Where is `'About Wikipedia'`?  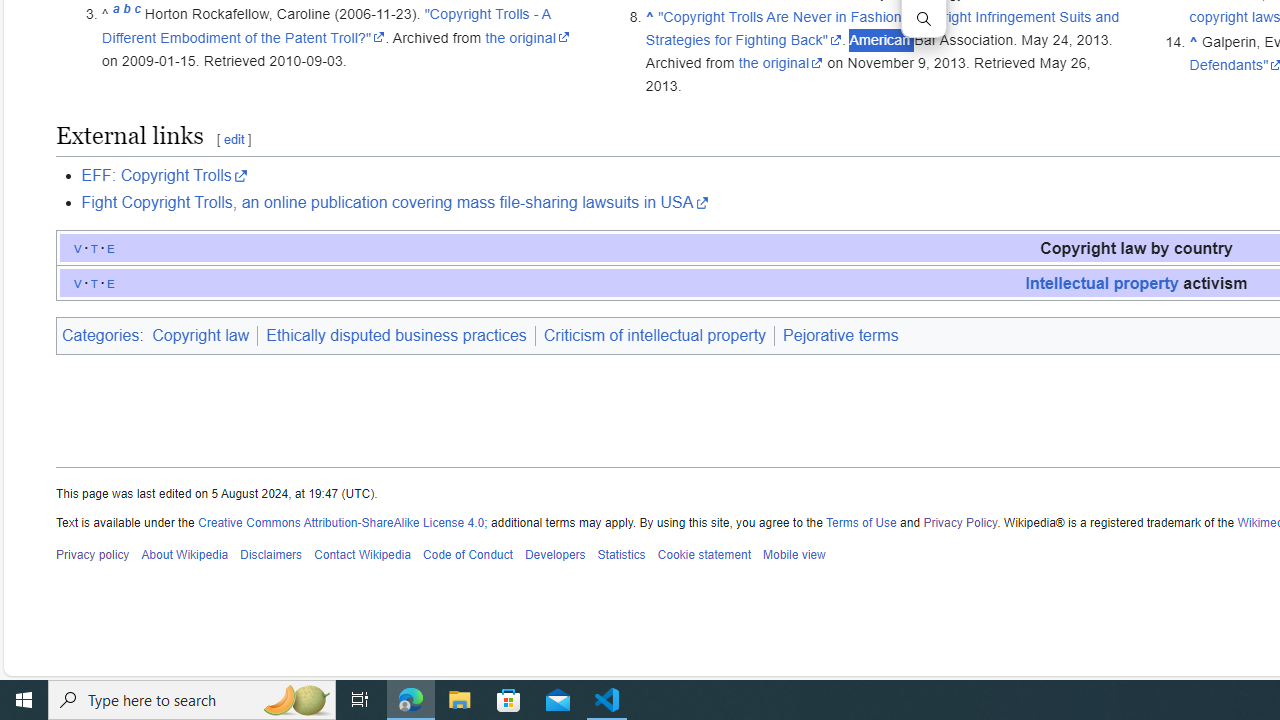 'About Wikipedia' is located at coordinates (184, 555).